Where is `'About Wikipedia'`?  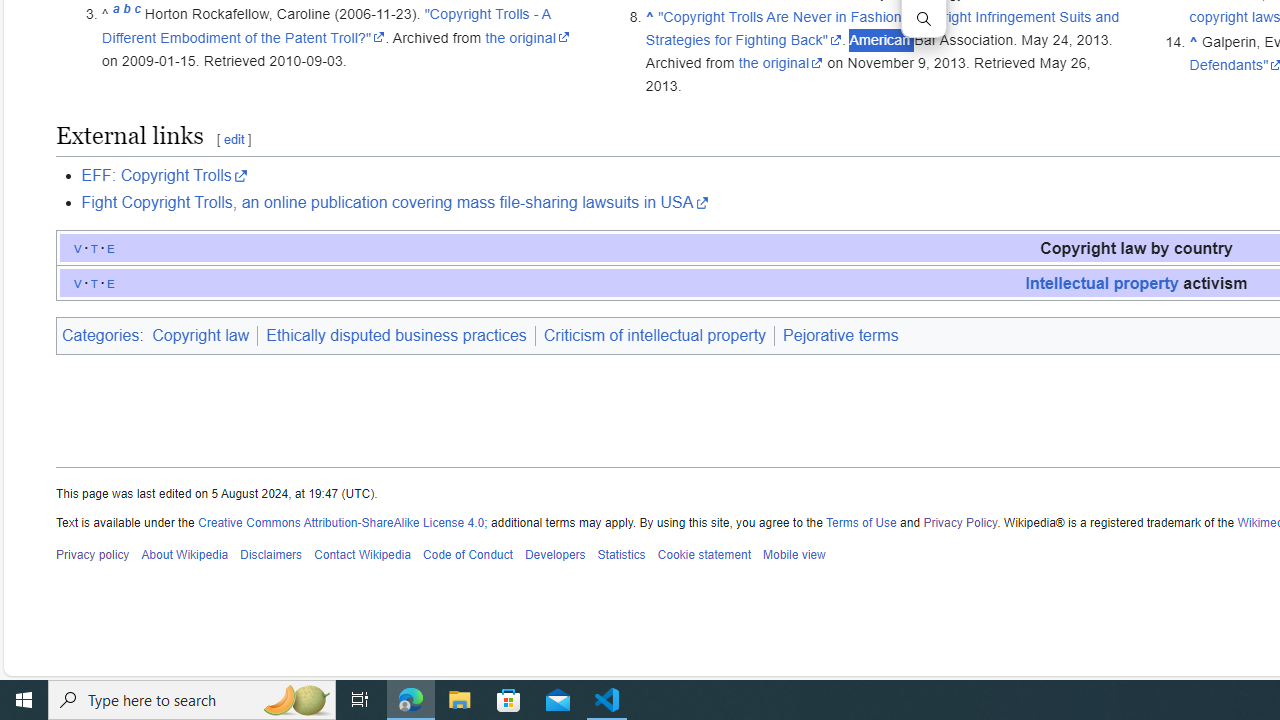 'About Wikipedia' is located at coordinates (184, 555).